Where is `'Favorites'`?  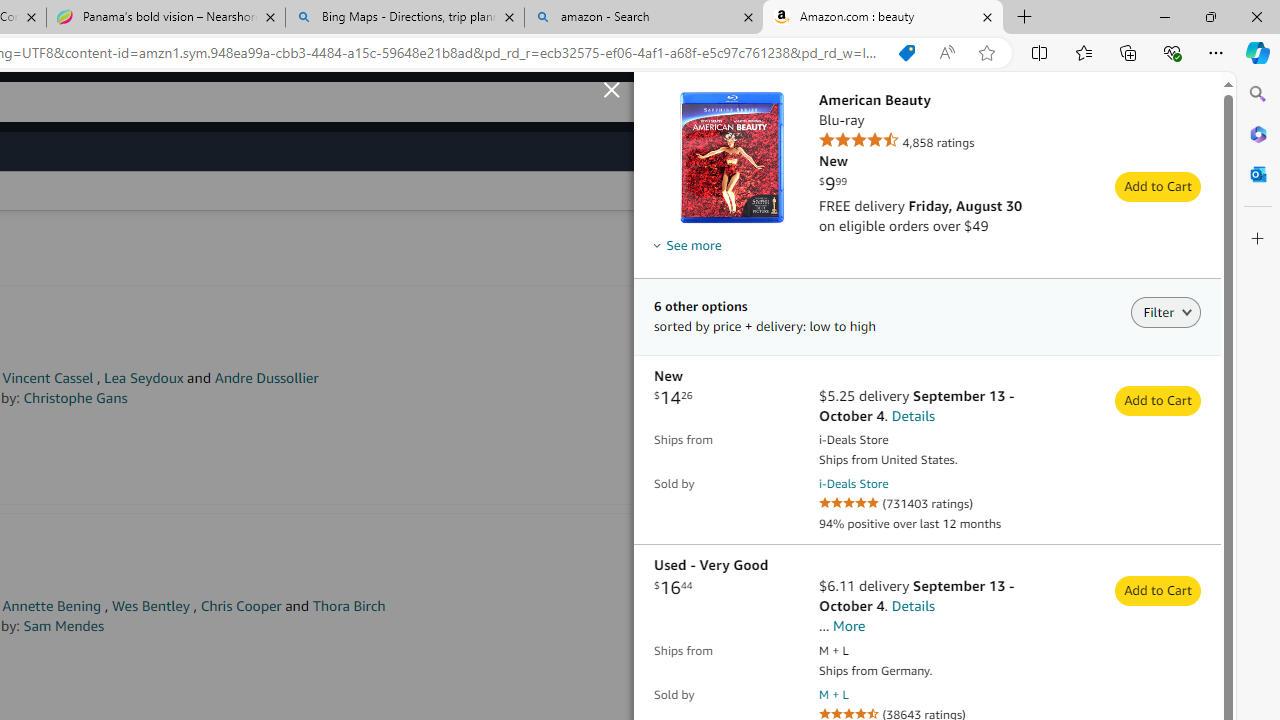
'Favorites' is located at coordinates (1082, 51).